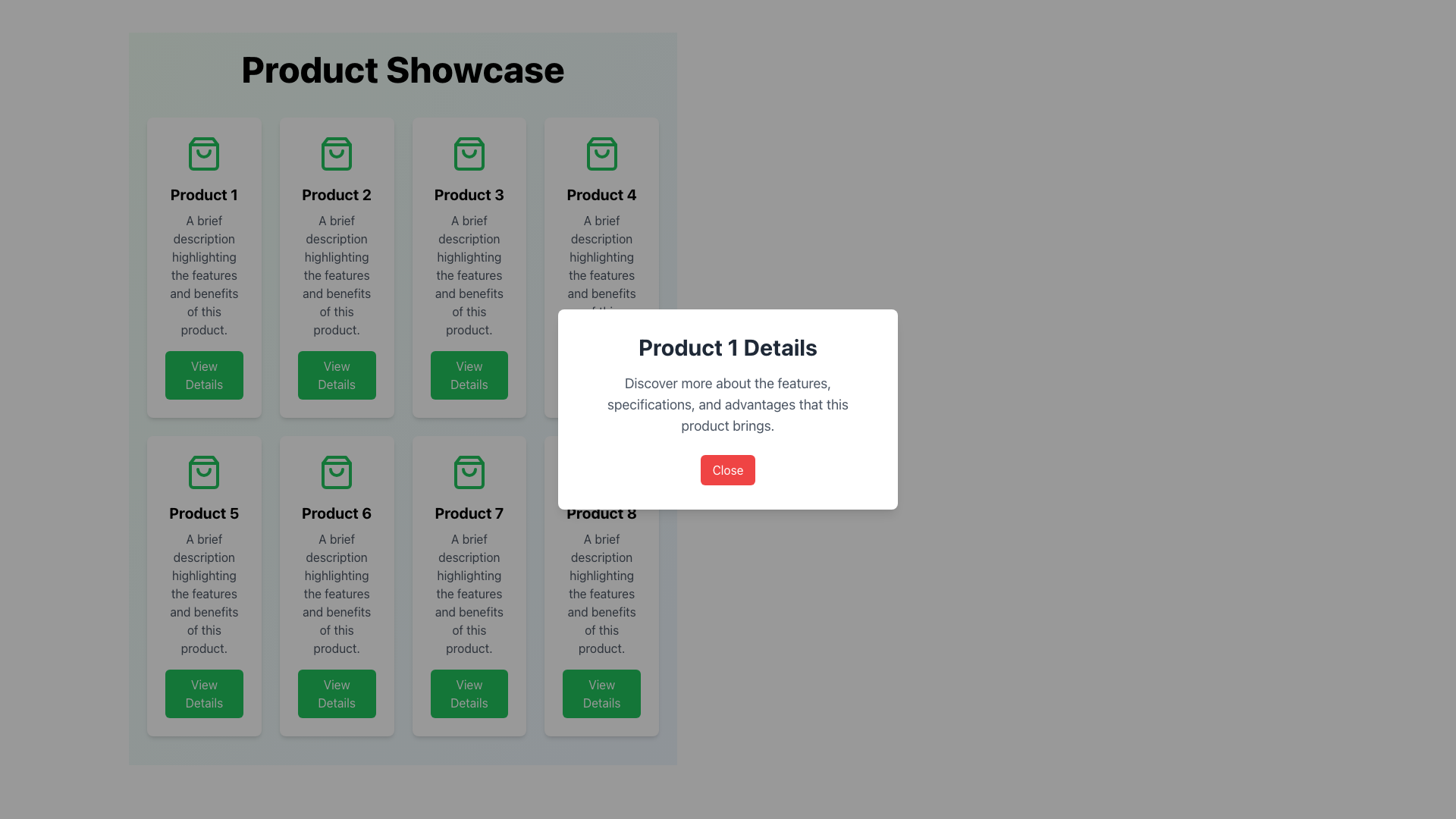 This screenshot has width=1456, height=819. What do you see at coordinates (336, 275) in the screenshot?
I see `the text label styled with 'text-gray-600 mb-4' that contains the description 'A brief description highlighting the features and benefits of this product.', located below the title 'Product 2'` at bounding box center [336, 275].